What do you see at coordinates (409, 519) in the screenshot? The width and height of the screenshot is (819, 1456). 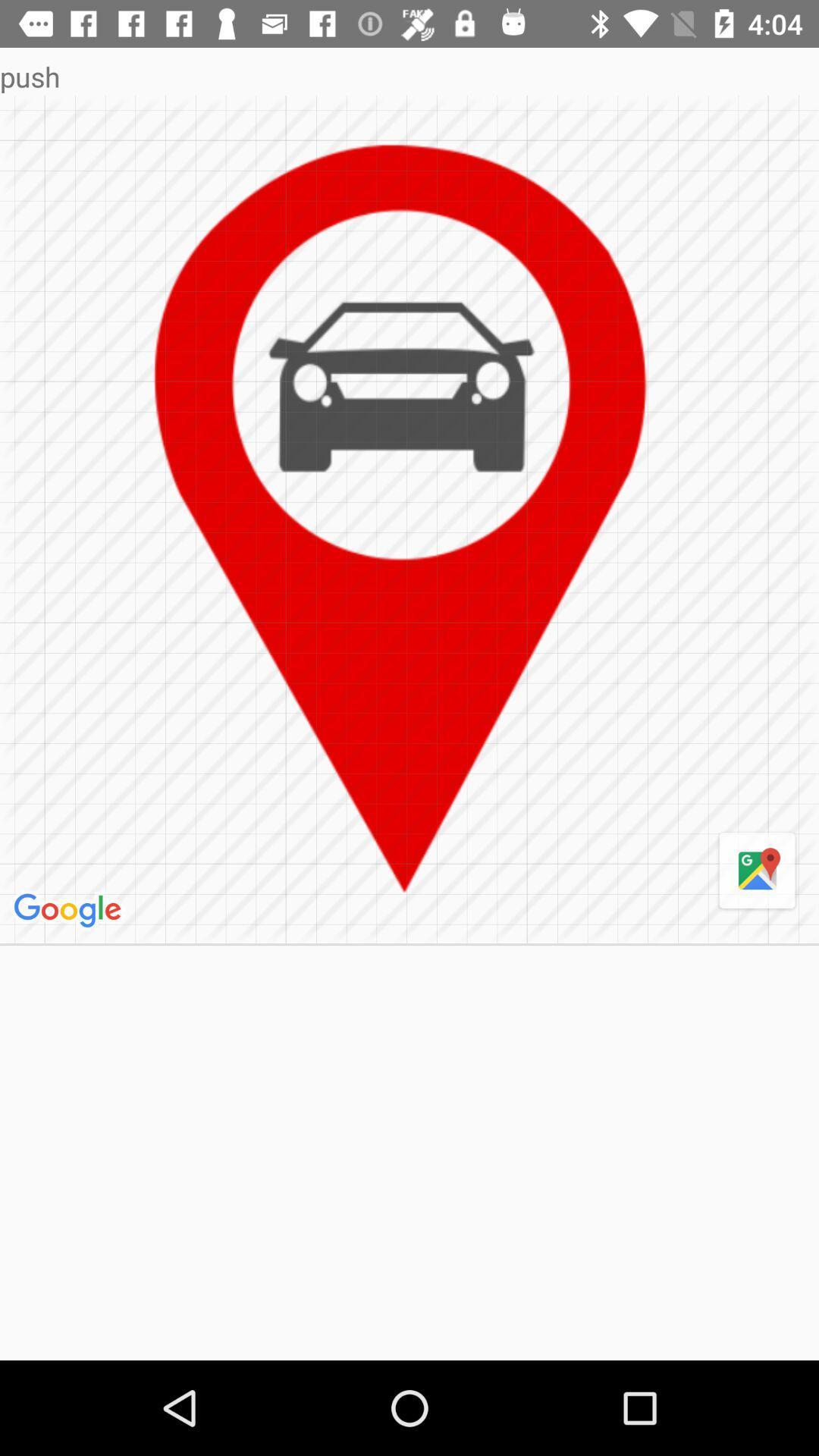 I see `the icon at the center` at bounding box center [409, 519].